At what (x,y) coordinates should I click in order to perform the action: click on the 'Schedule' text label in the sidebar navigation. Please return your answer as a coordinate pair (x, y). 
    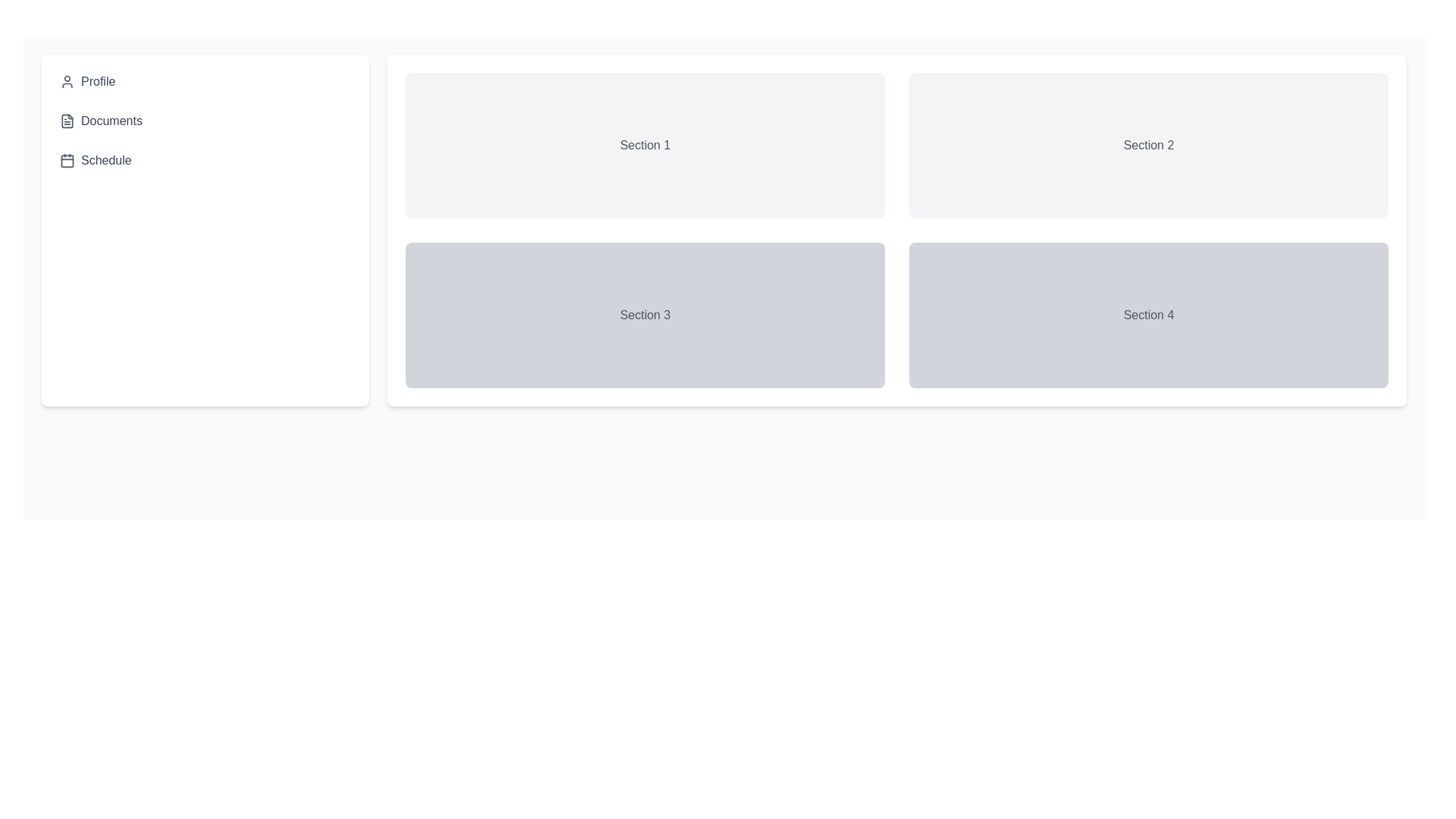
    Looking at the image, I should click on (105, 161).